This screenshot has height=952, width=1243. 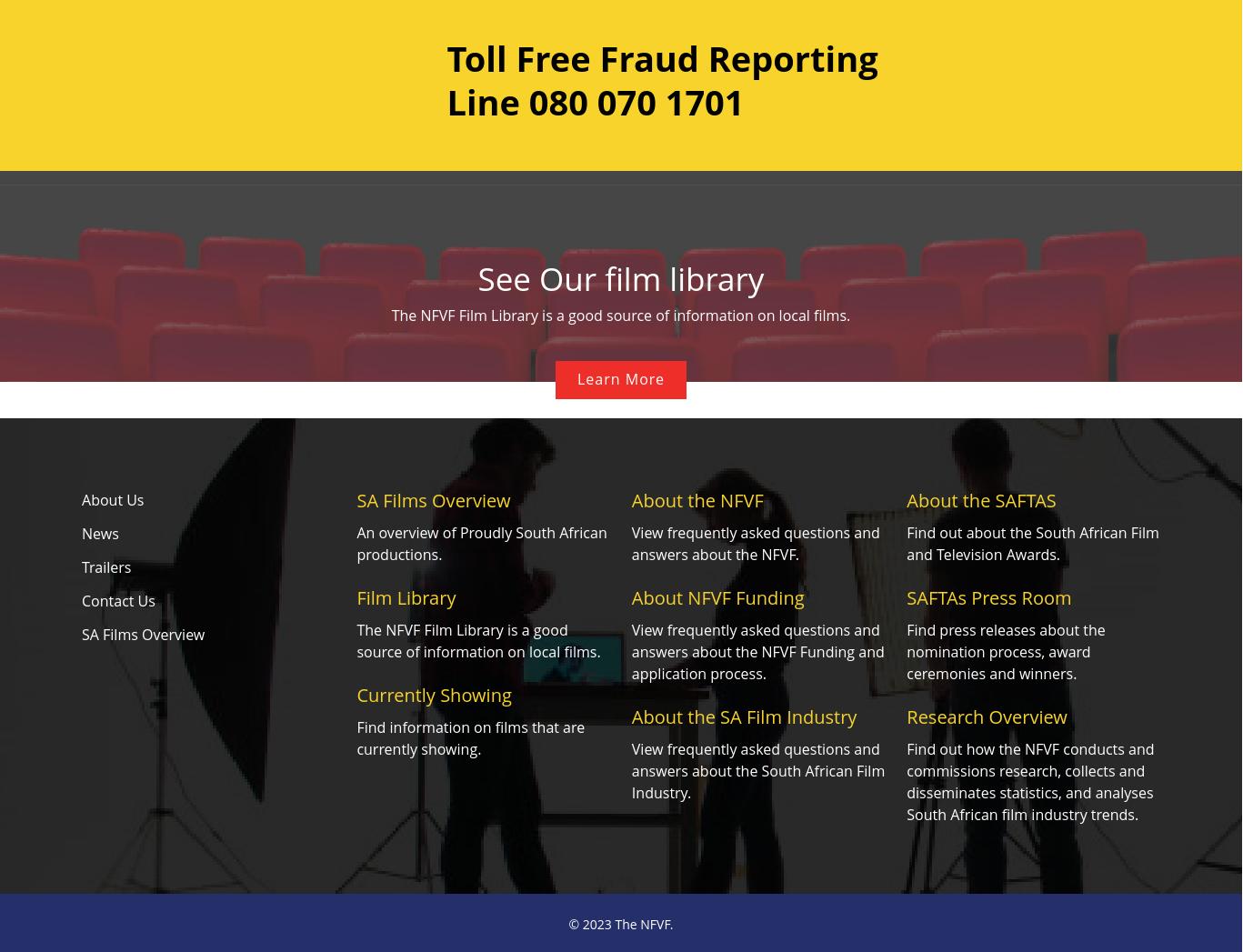 I want to click on '© 2023 The NFVF.', so click(x=620, y=924).